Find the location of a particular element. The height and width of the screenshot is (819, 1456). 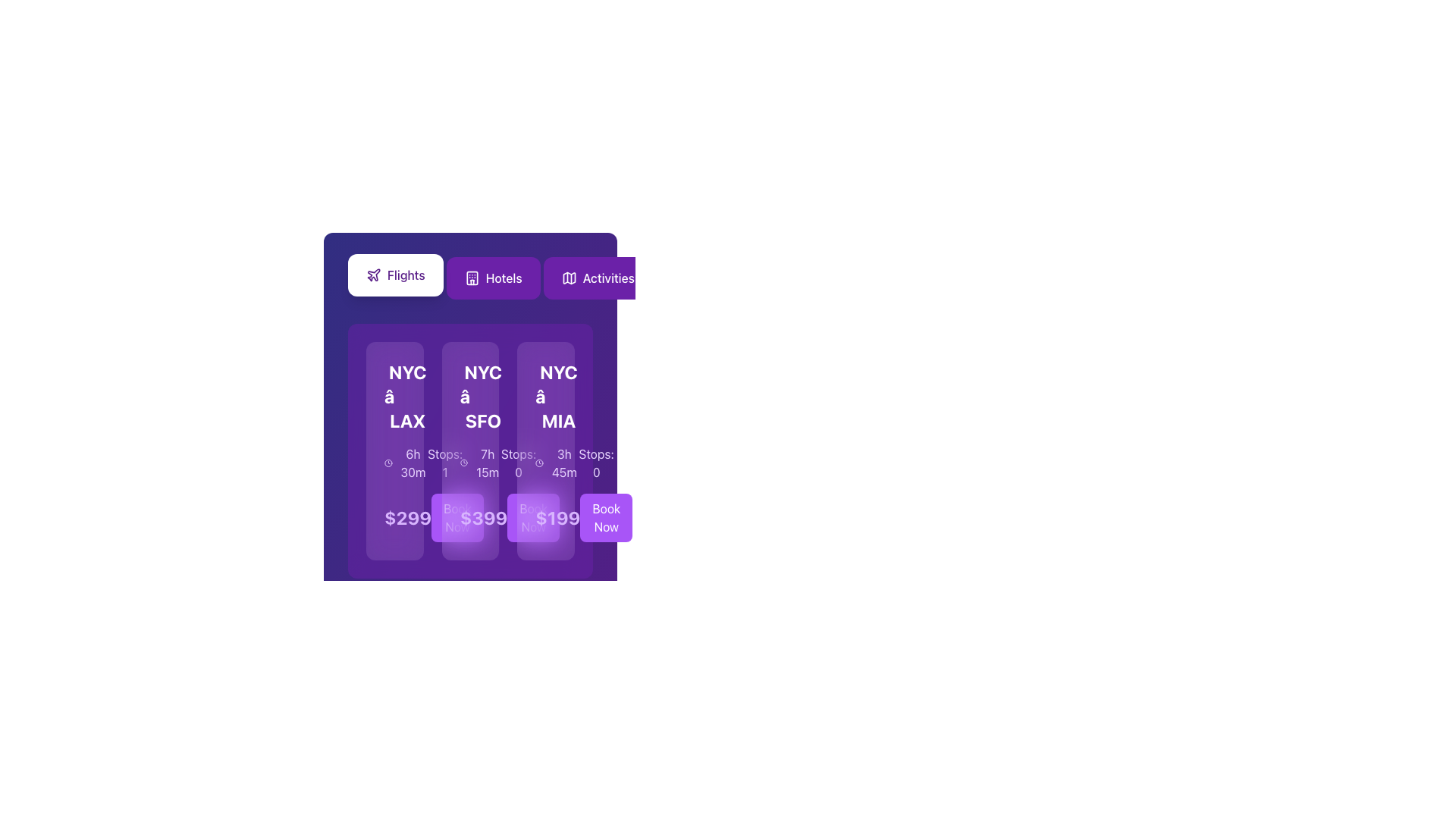

the price Text label located in the first card of flight details from 'NYC' to 'LAX' is located at coordinates (394, 516).